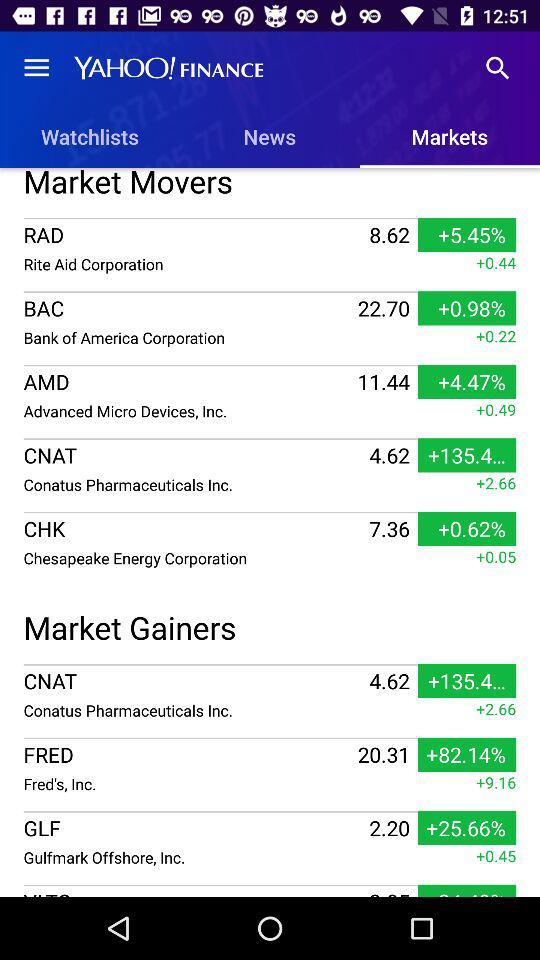 This screenshot has width=540, height=960. What do you see at coordinates (467, 753) in the screenshot?
I see `icon above +9.16 item` at bounding box center [467, 753].